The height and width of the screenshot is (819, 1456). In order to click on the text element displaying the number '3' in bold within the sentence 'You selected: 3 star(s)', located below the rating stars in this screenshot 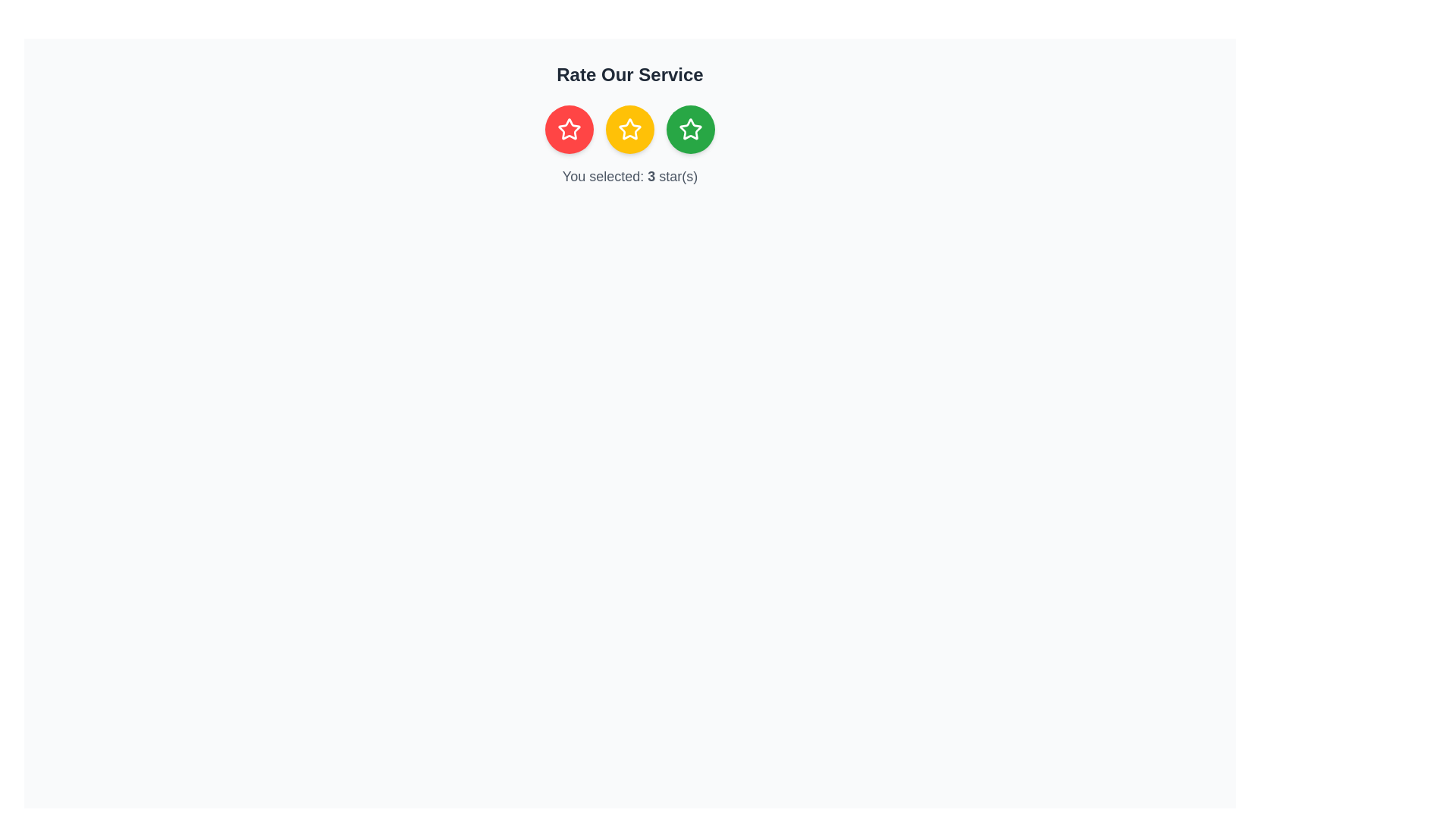, I will do `click(651, 175)`.